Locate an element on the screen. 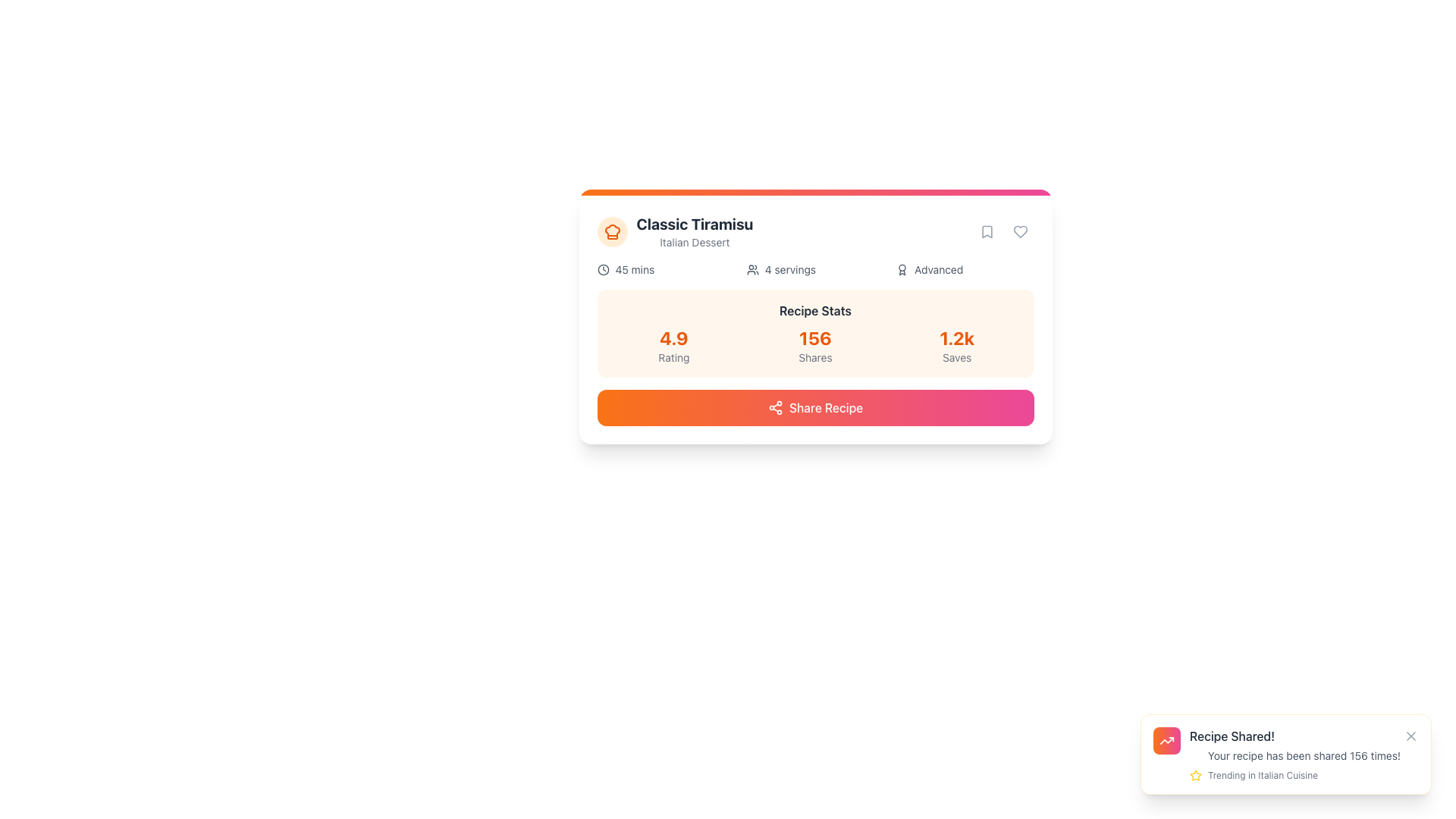  the Icon button located in the top-right corner of the card associated with 'Classic Tiramisu', which represents a bookmarking feature is located at coordinates (987, 231).